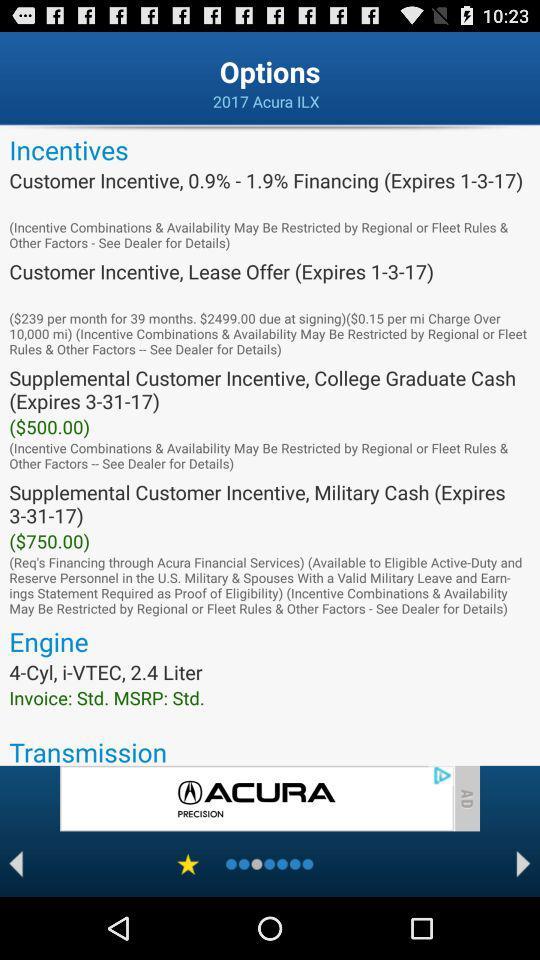 The height and width of the screenshot is (960, 540). Describe the element at coordinates (15, 924) in the screenshot. I see `the arrow_backward icon` at that location.